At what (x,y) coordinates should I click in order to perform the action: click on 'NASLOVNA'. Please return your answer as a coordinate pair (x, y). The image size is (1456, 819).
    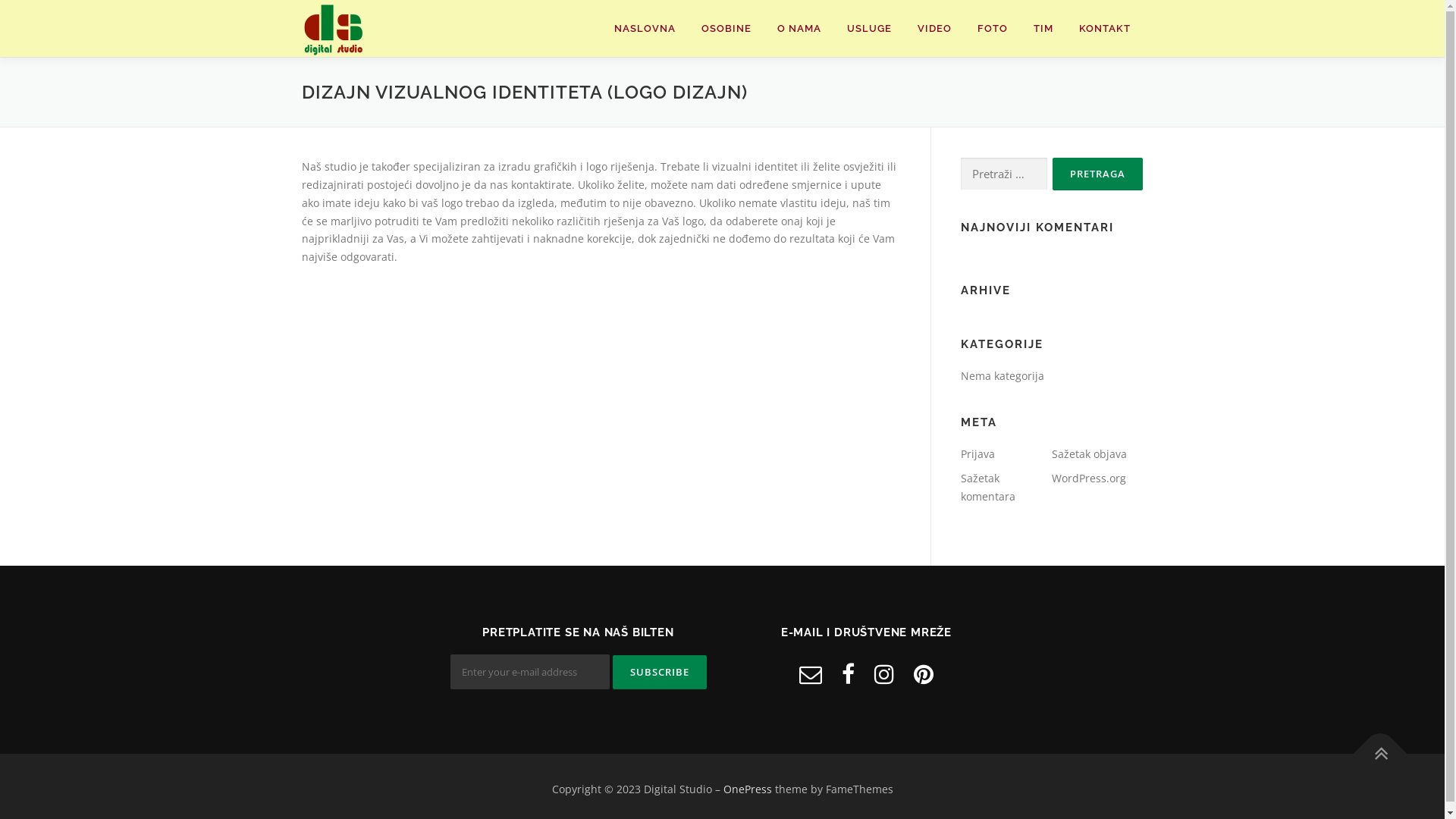
    Looking at the image, I should click on (644, 28).